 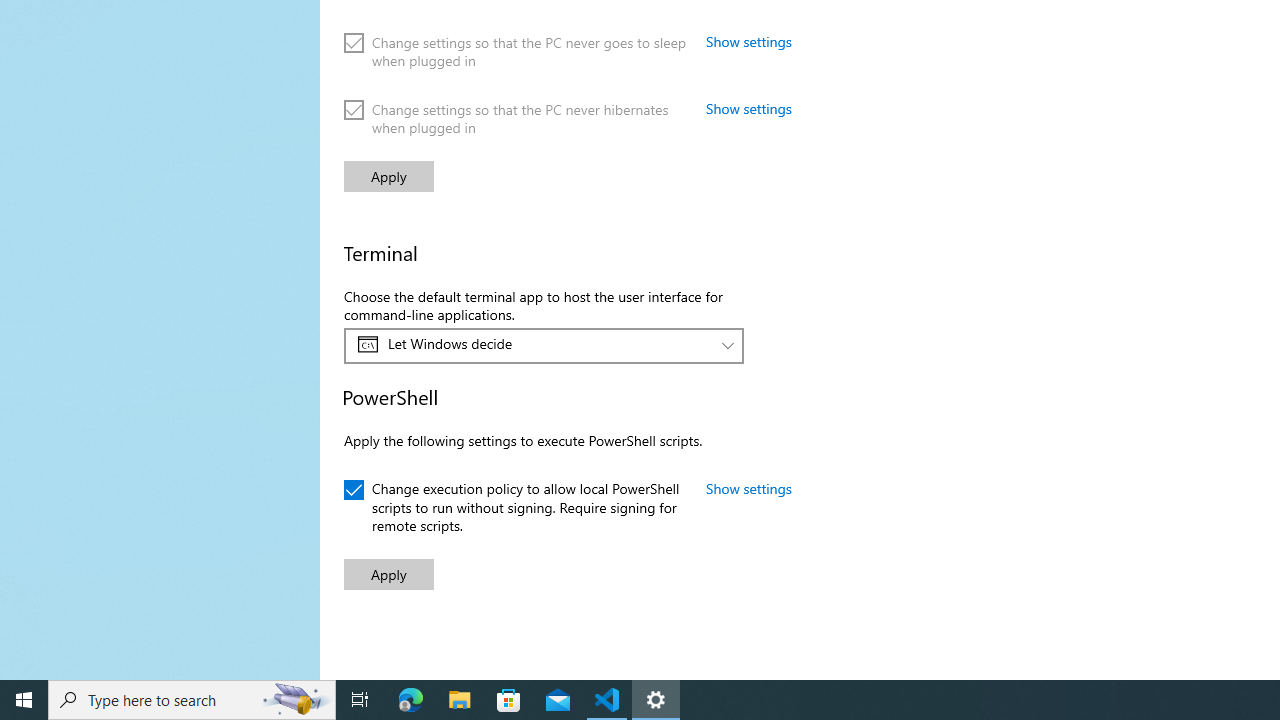 I want to click on 'Search highlights icon opens search home window', so click(x=294, y=698).